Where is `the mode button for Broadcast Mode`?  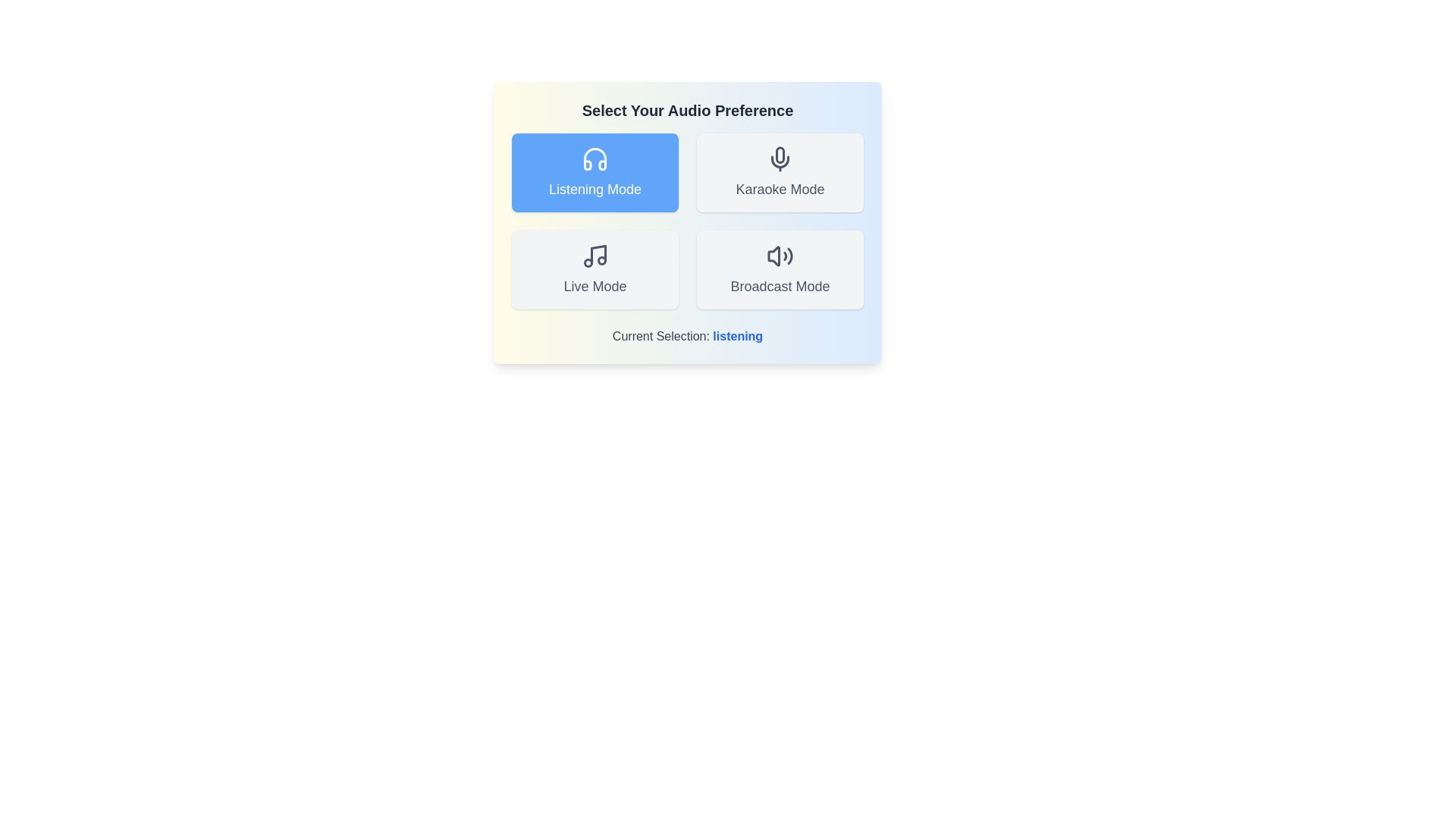 the mode button for Broadcast Mode is located at coordinates (780, 268).